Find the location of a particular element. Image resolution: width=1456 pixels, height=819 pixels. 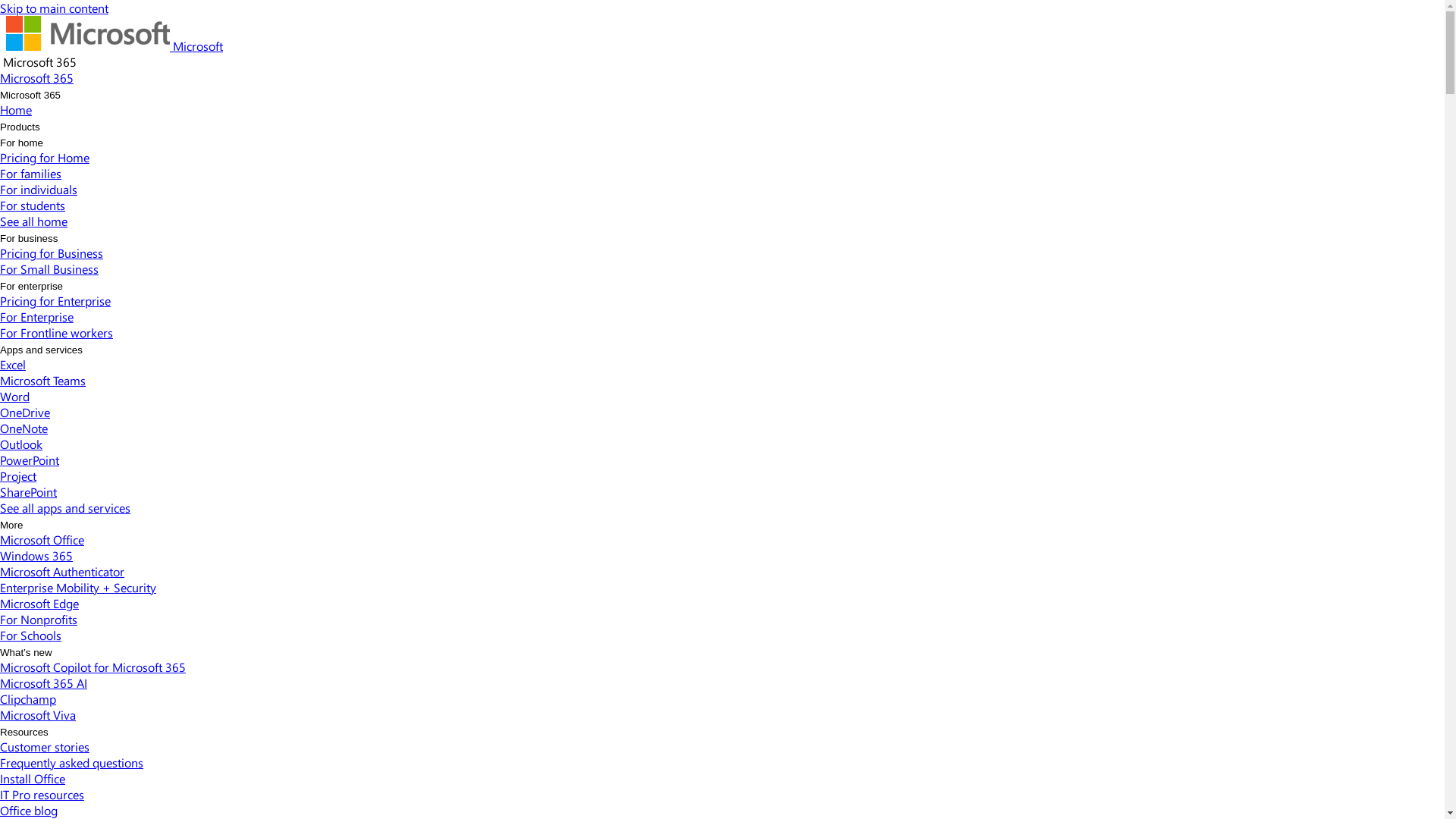

'Apps and services' is located at coordinates (41, 350).